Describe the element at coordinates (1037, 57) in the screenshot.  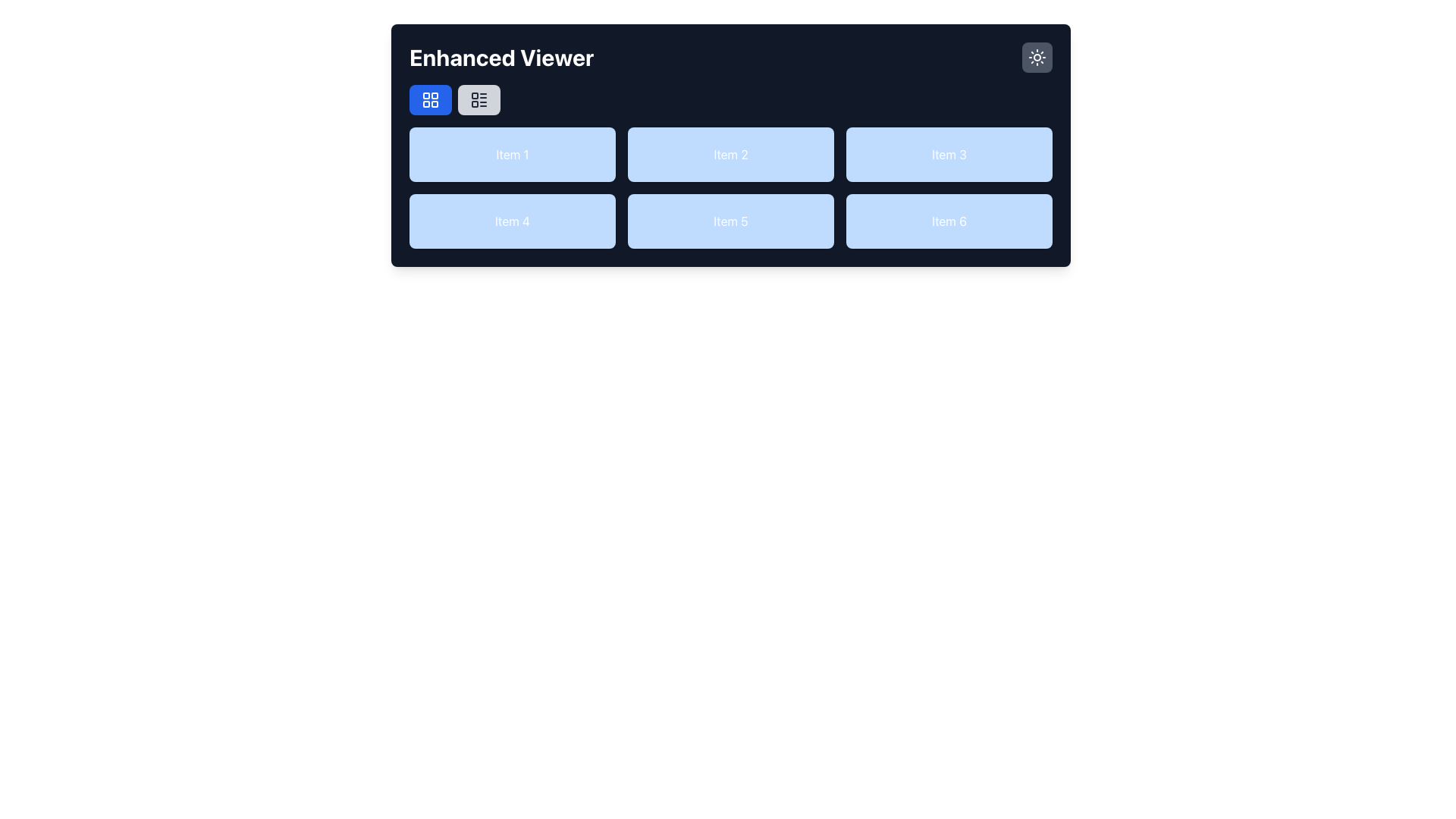
I see `the square-shaped button with a sun-like icon in the top-right corner adjacent to 'Enhanced Viewer'` at that location.